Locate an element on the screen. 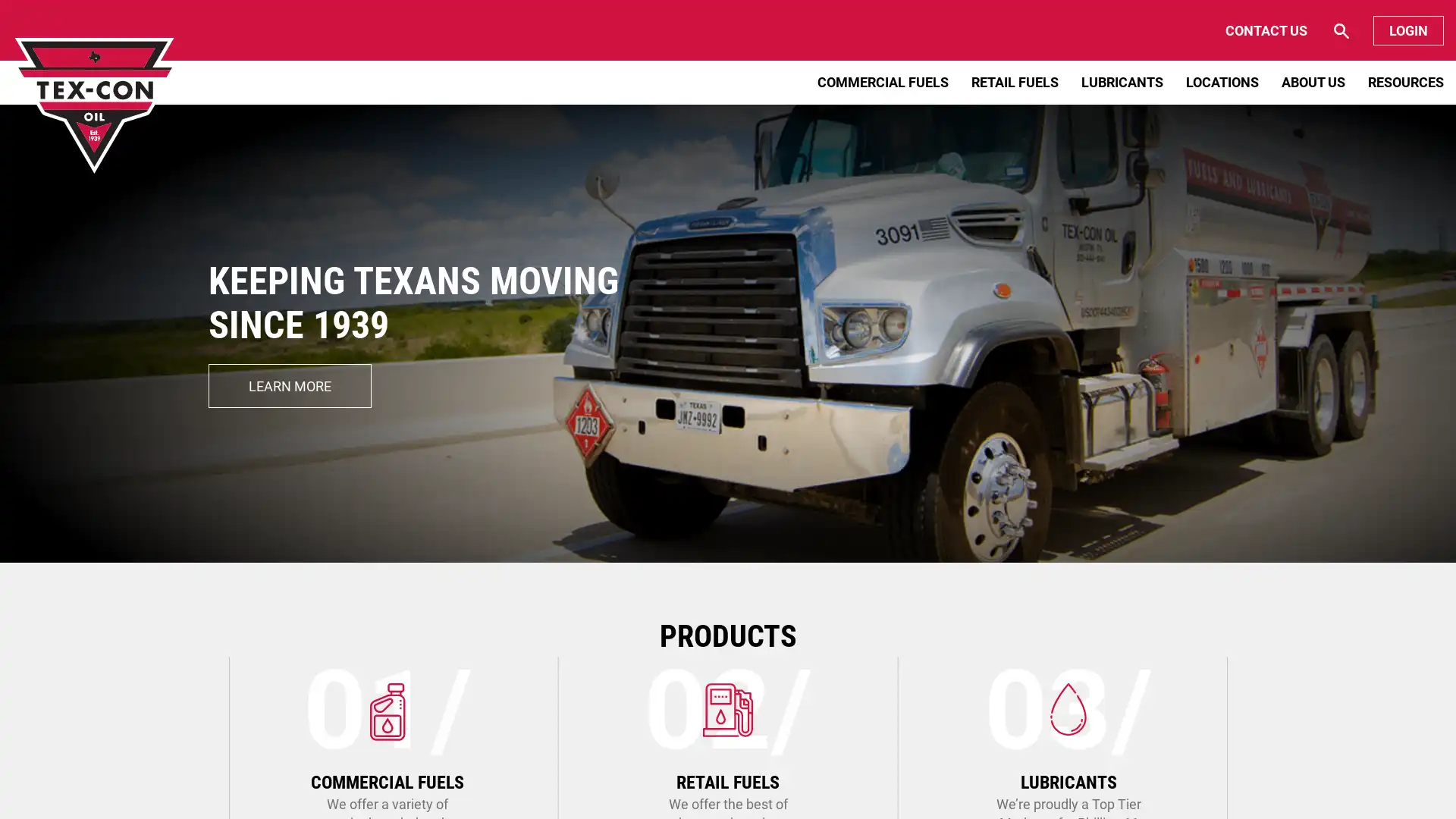 This screenshot has width=1456, height=819. Close is located at coordinates (1353, 764).